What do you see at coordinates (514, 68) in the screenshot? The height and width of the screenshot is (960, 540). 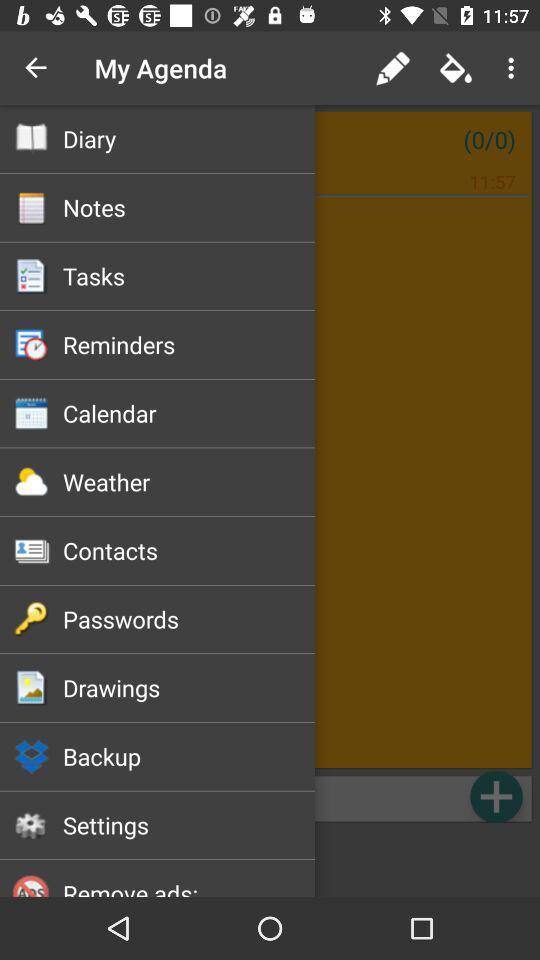 I see `the option button on the top right hand corner` at bounding box center [514, 68].